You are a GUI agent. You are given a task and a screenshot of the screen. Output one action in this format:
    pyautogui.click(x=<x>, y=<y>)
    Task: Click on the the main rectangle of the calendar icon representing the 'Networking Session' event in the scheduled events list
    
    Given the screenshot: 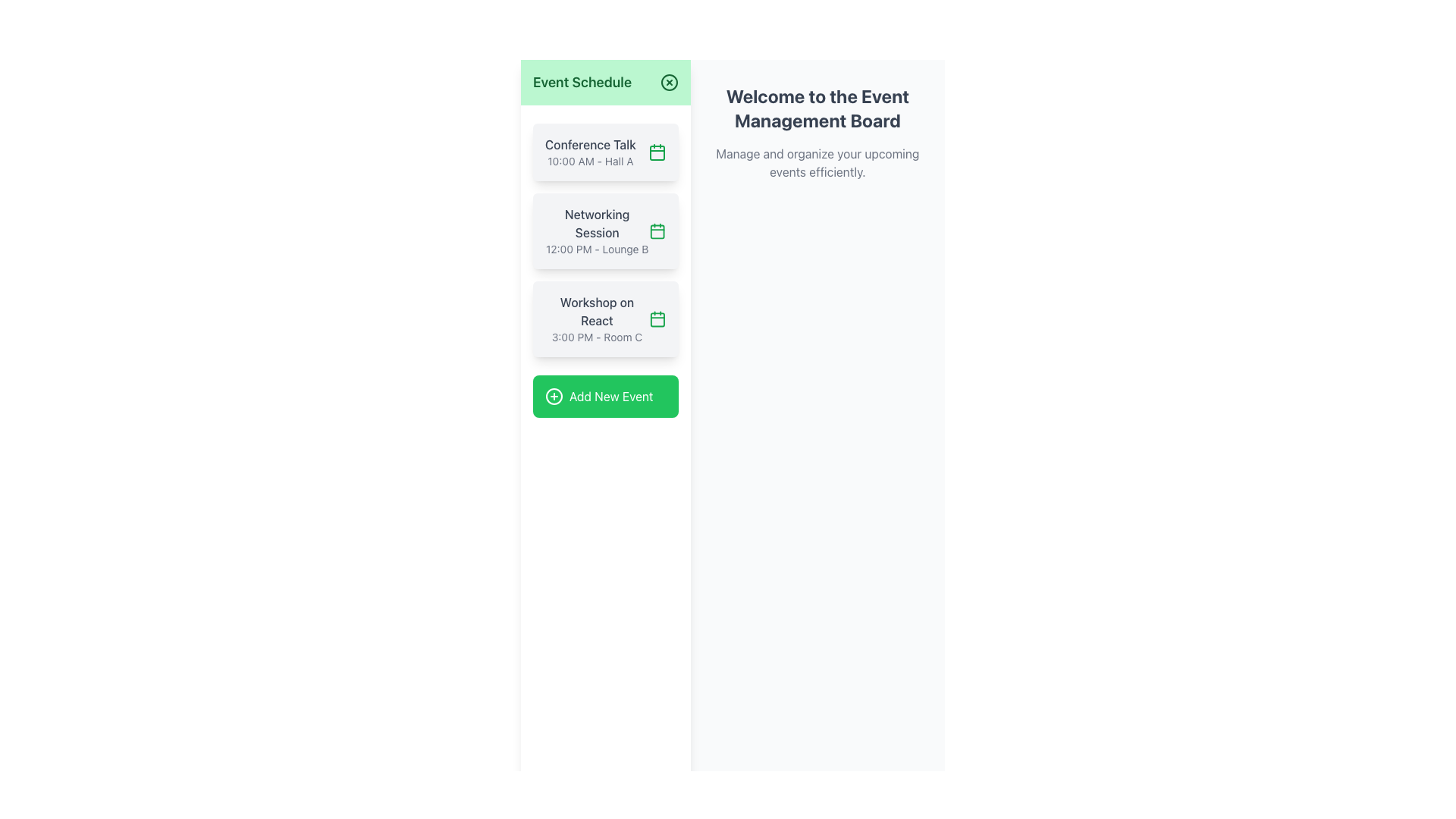 What is the action you would take?
    pyautogui.click(x=657, y=231)
    